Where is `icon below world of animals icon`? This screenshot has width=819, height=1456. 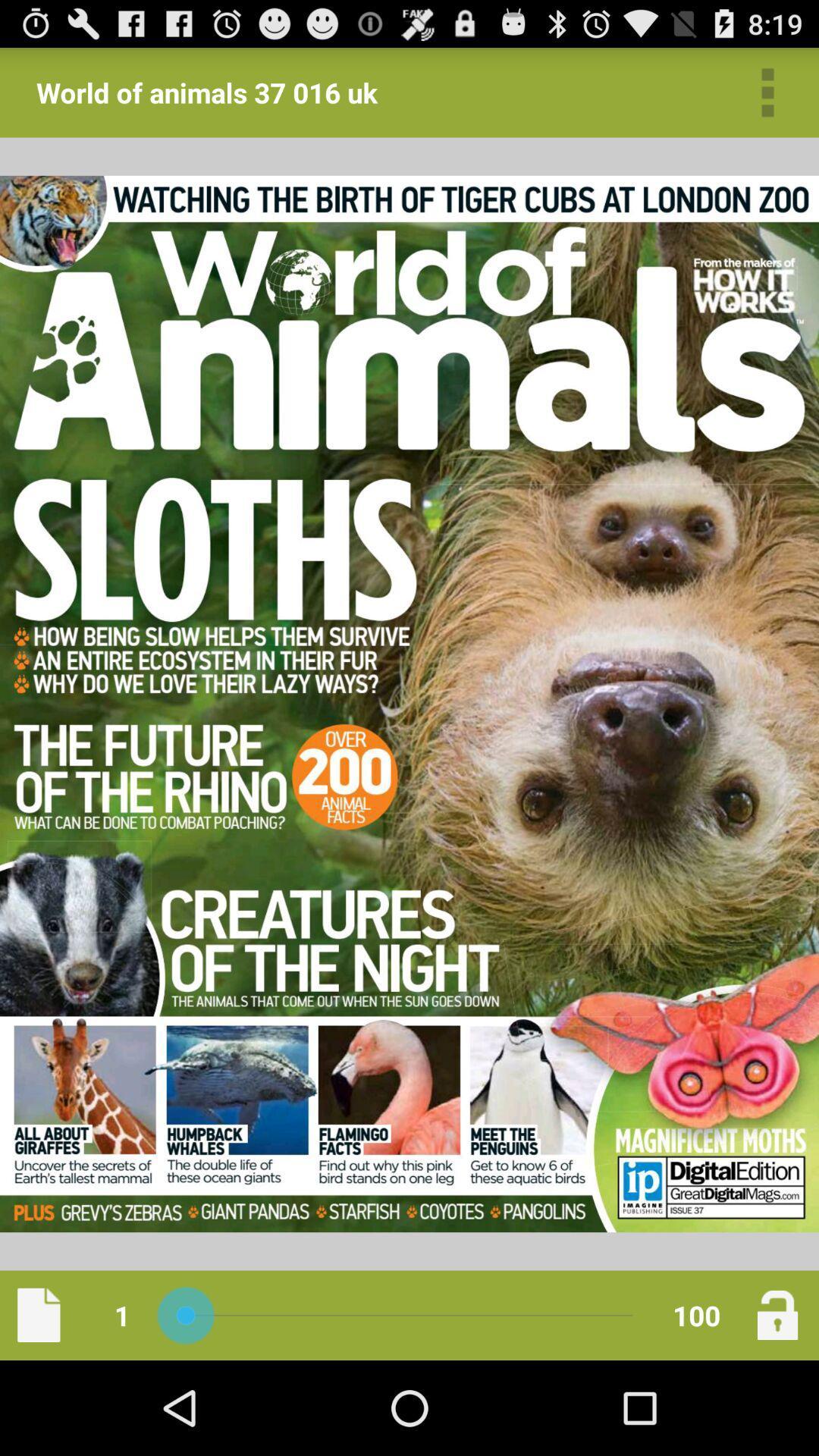 icon below world of animals icon is located at coordinates (38, 1314).